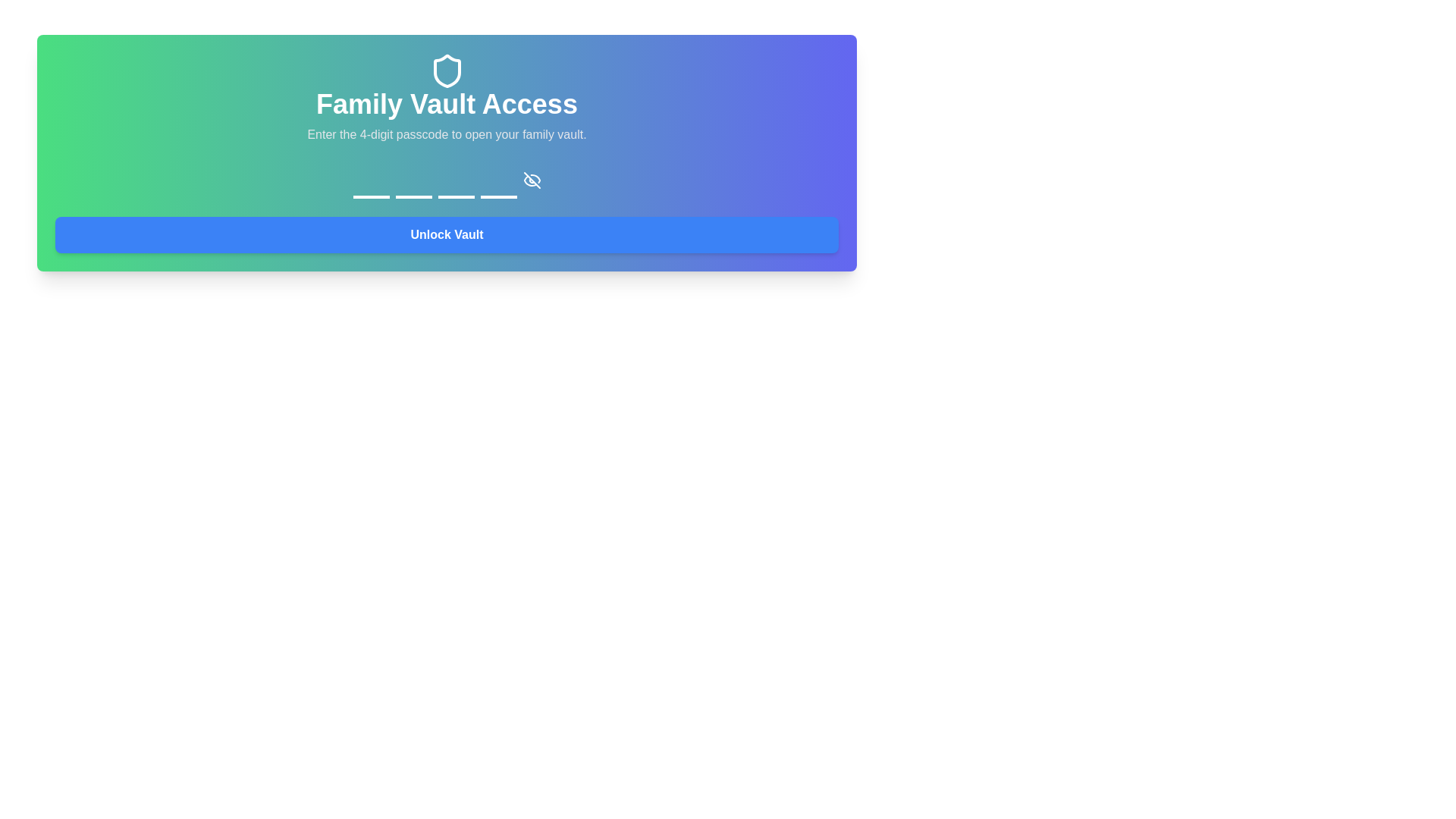  Describe the element at coordinates (446, 71) in the screenshot. I see `the shield-shaped icon, which is white with a line-drawn style, located centrally above the 'Family Vault Access' text` at that location.